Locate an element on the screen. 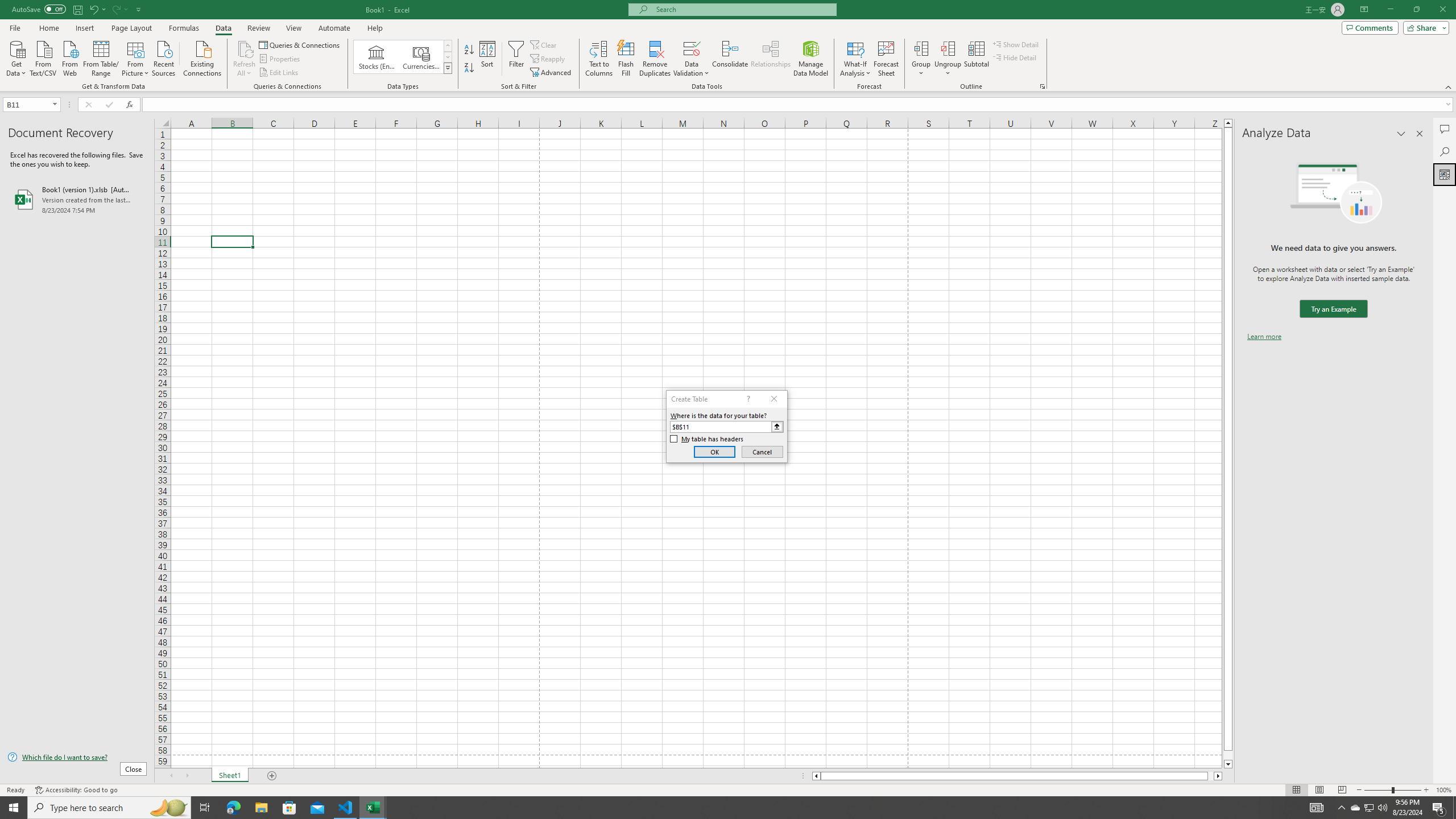 This screenshot has width=1456, height=819. 'Analyze Data' is located at coordinates (1444, 174).